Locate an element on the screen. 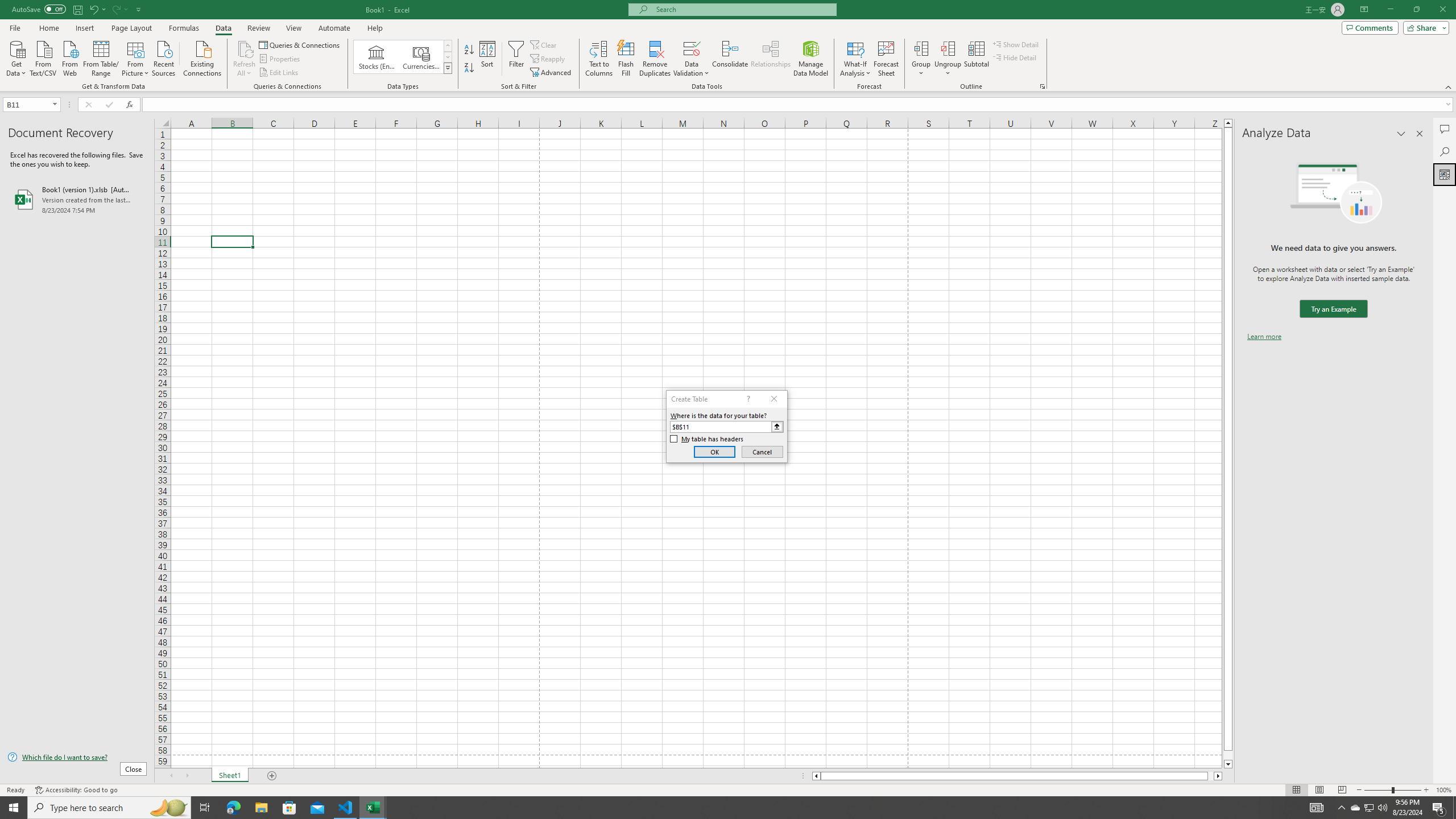 This screenshot has width=1456, height=819. 'Analyze Data' is located at coordinates (1444, 174).